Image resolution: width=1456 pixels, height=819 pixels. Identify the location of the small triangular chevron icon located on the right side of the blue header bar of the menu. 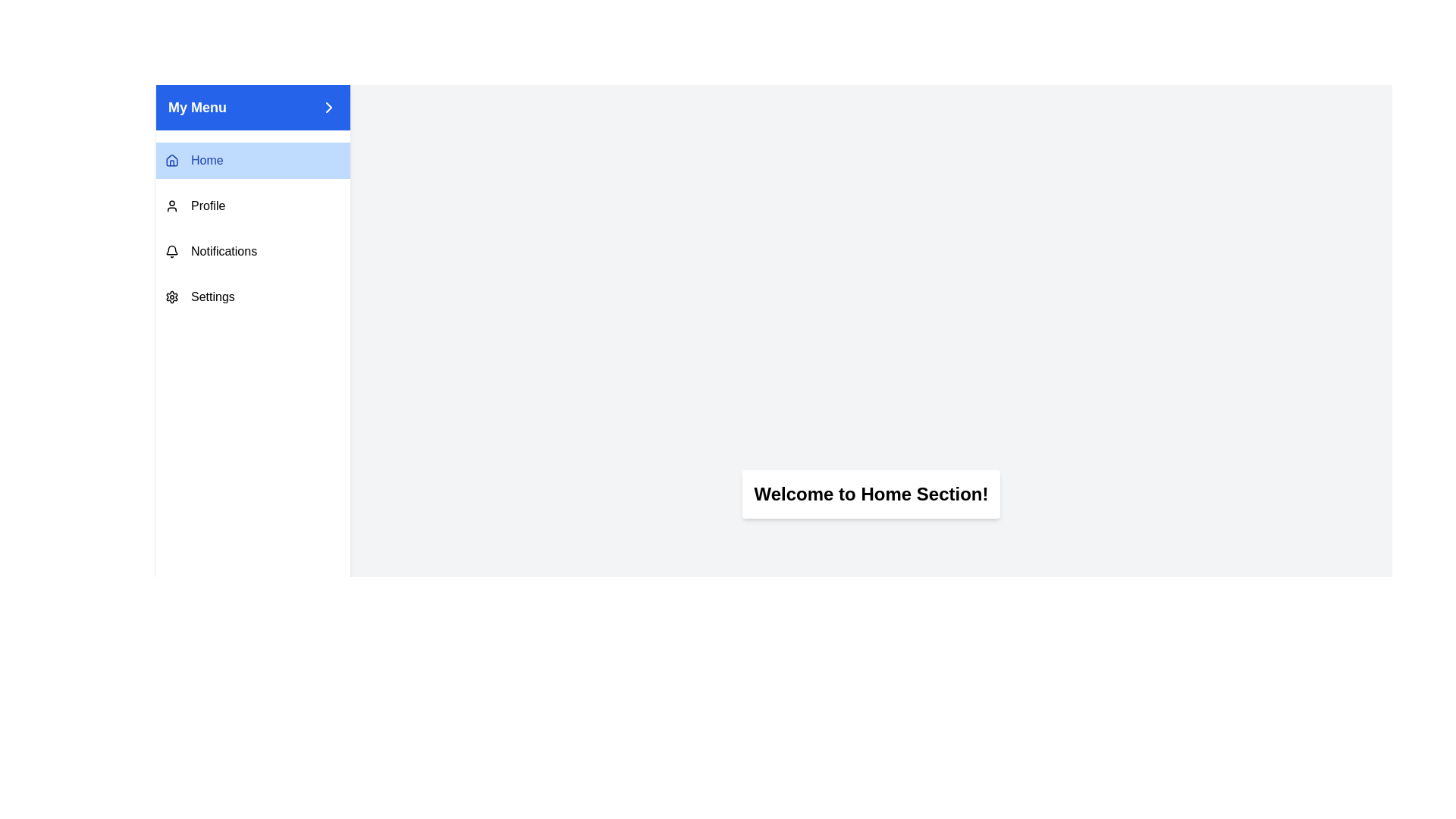
(328, 107).